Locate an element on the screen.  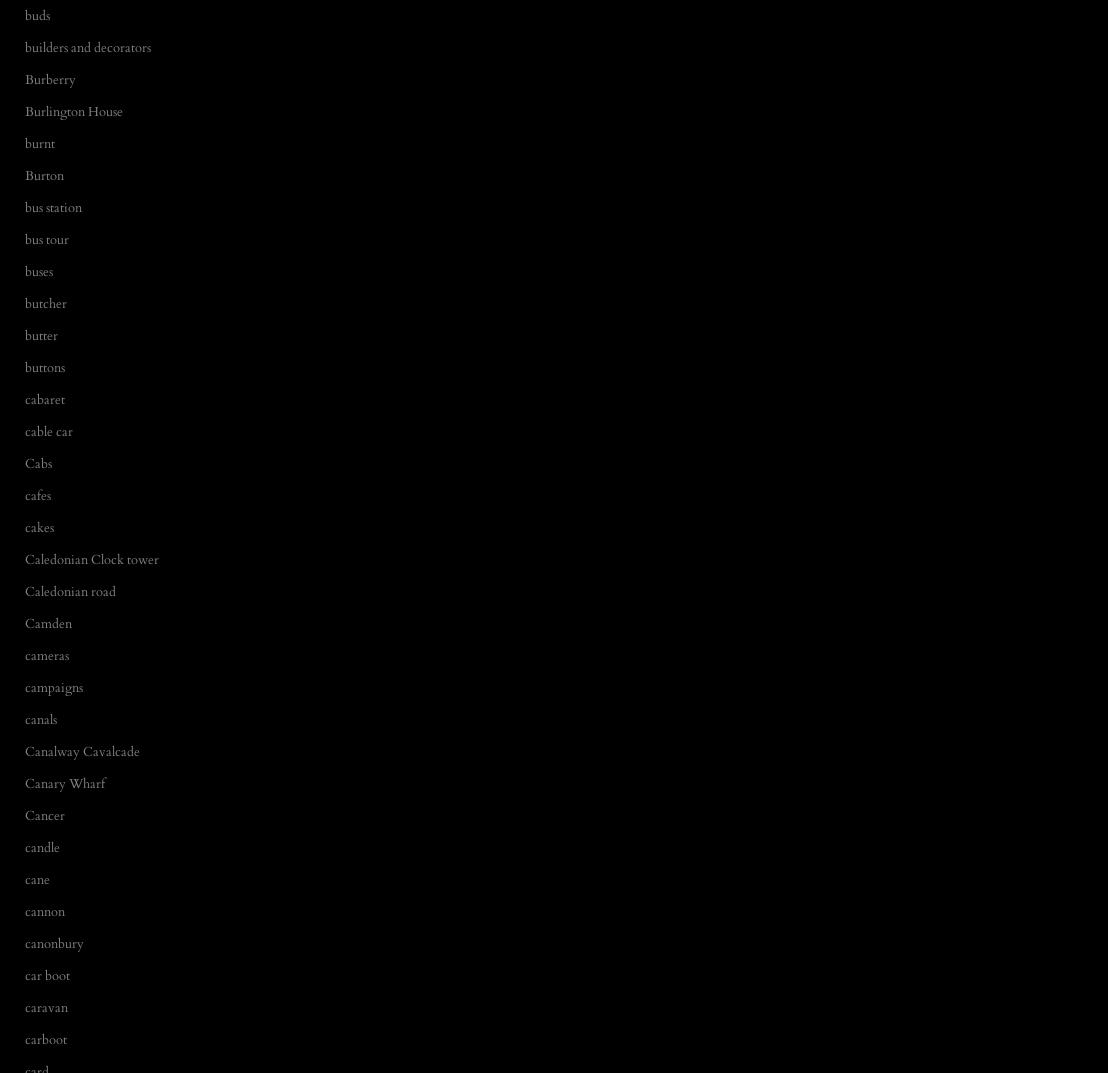
'carboot' is located at coordinates (45, 1038).